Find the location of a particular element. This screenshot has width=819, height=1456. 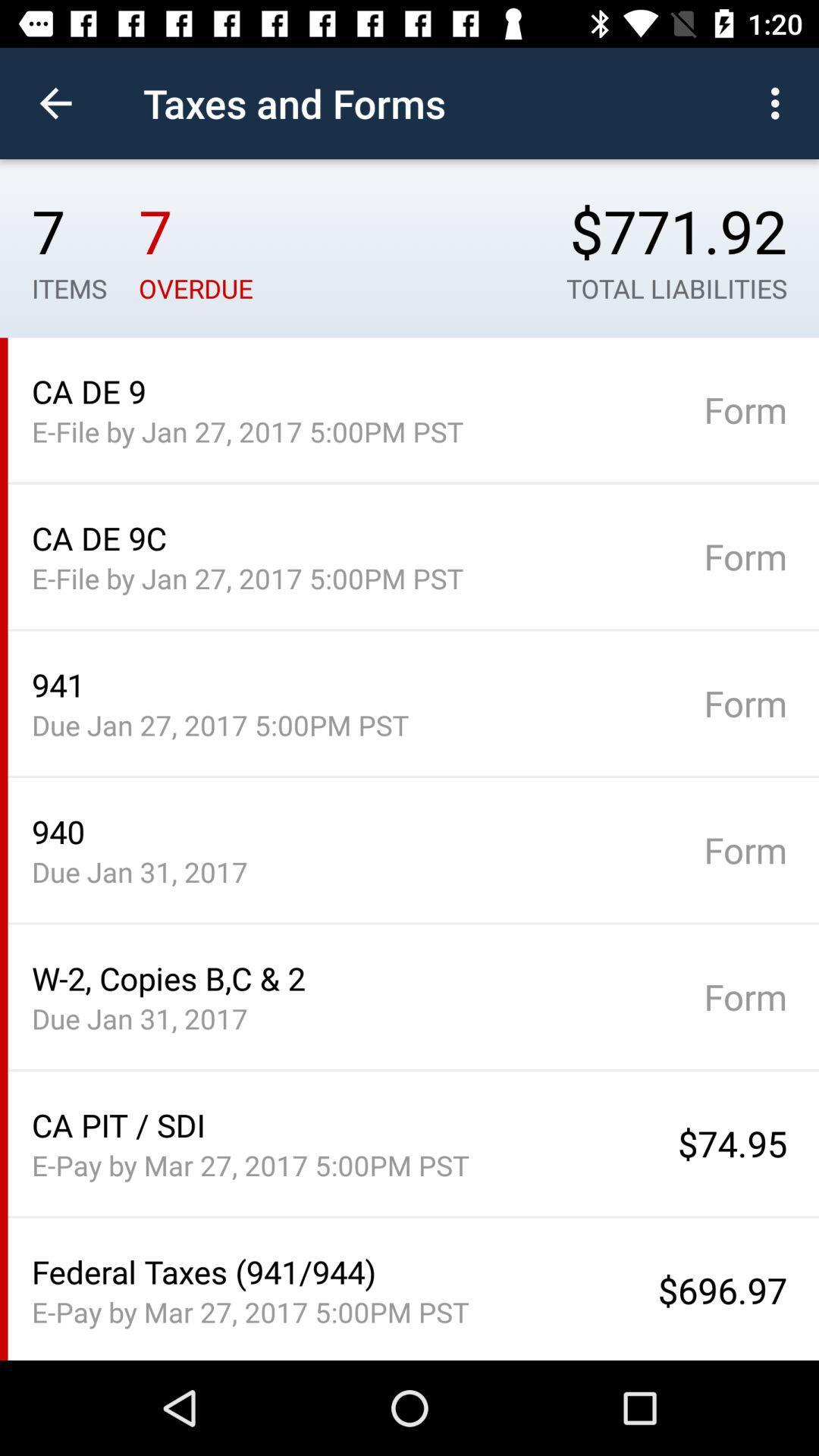

the three vertical dots on the top right corner of the web page is located at coordinates (779, 103).